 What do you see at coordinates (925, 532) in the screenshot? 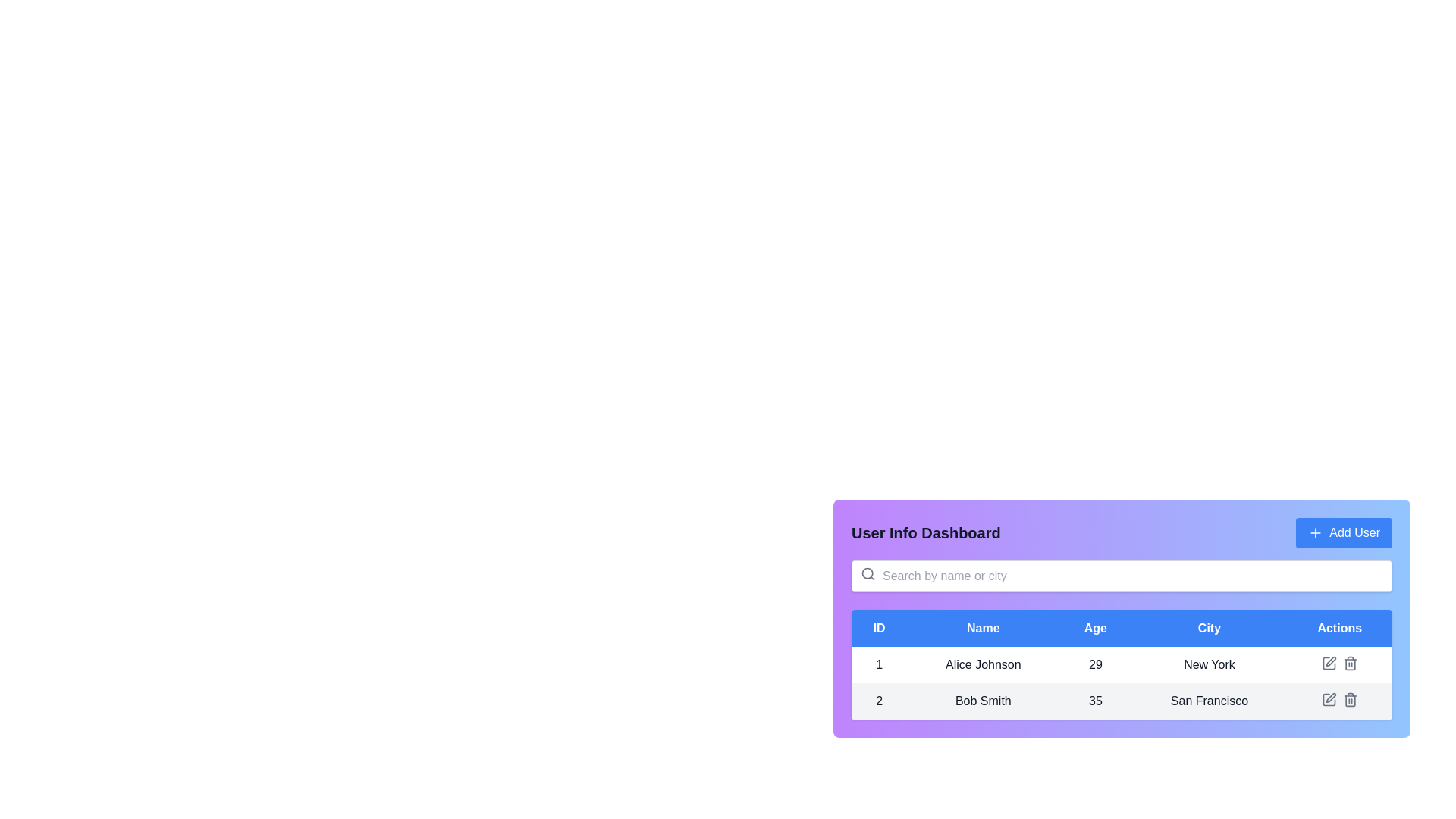
I see `text from the bold label displaying 'User Info Dashboard' located in the header section adjacent to the 'Add User' button` at bounding box center [925, 532].